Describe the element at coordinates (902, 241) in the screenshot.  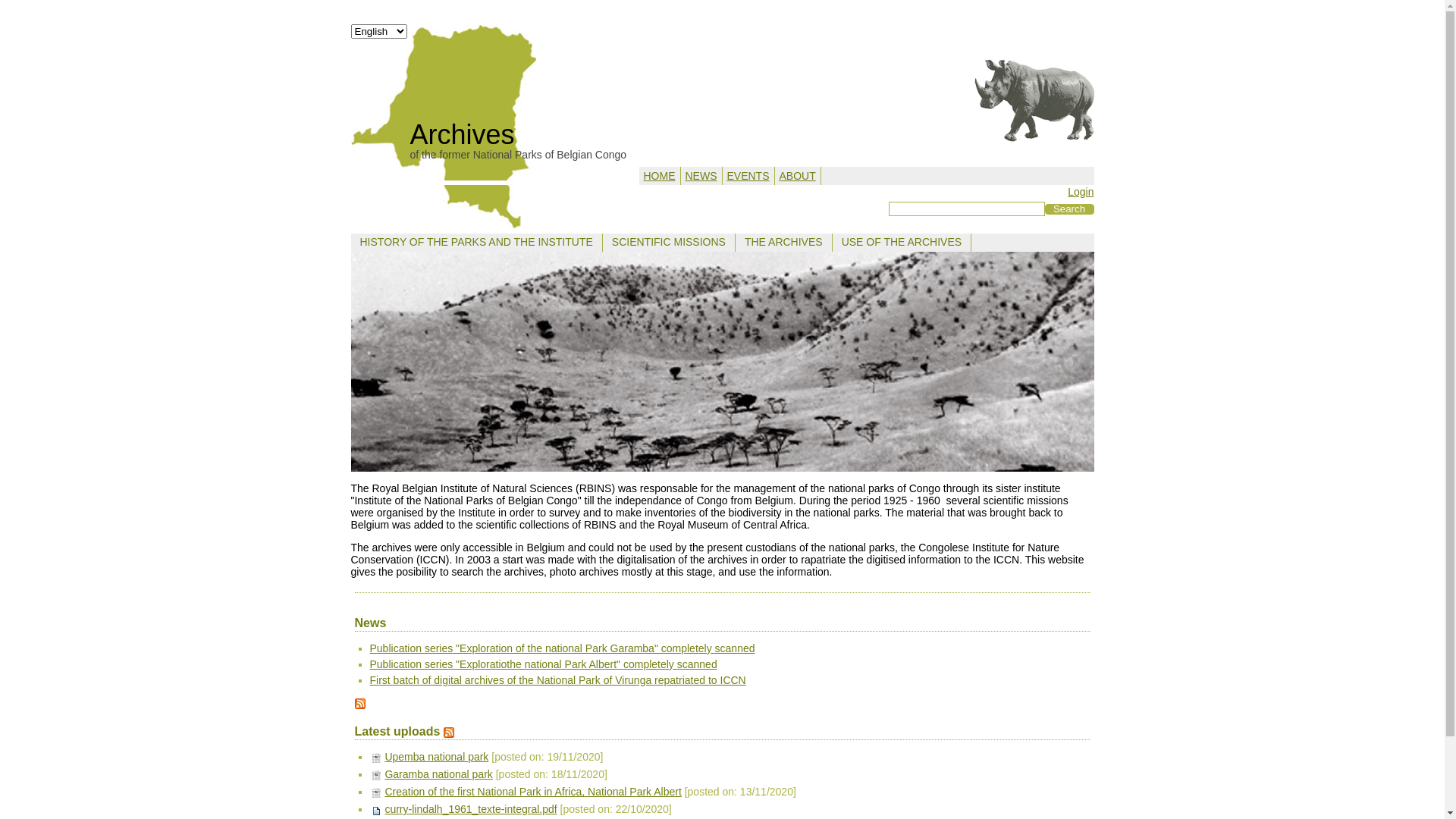
I see `'USE OF THE ARCHIVES'` at that location.